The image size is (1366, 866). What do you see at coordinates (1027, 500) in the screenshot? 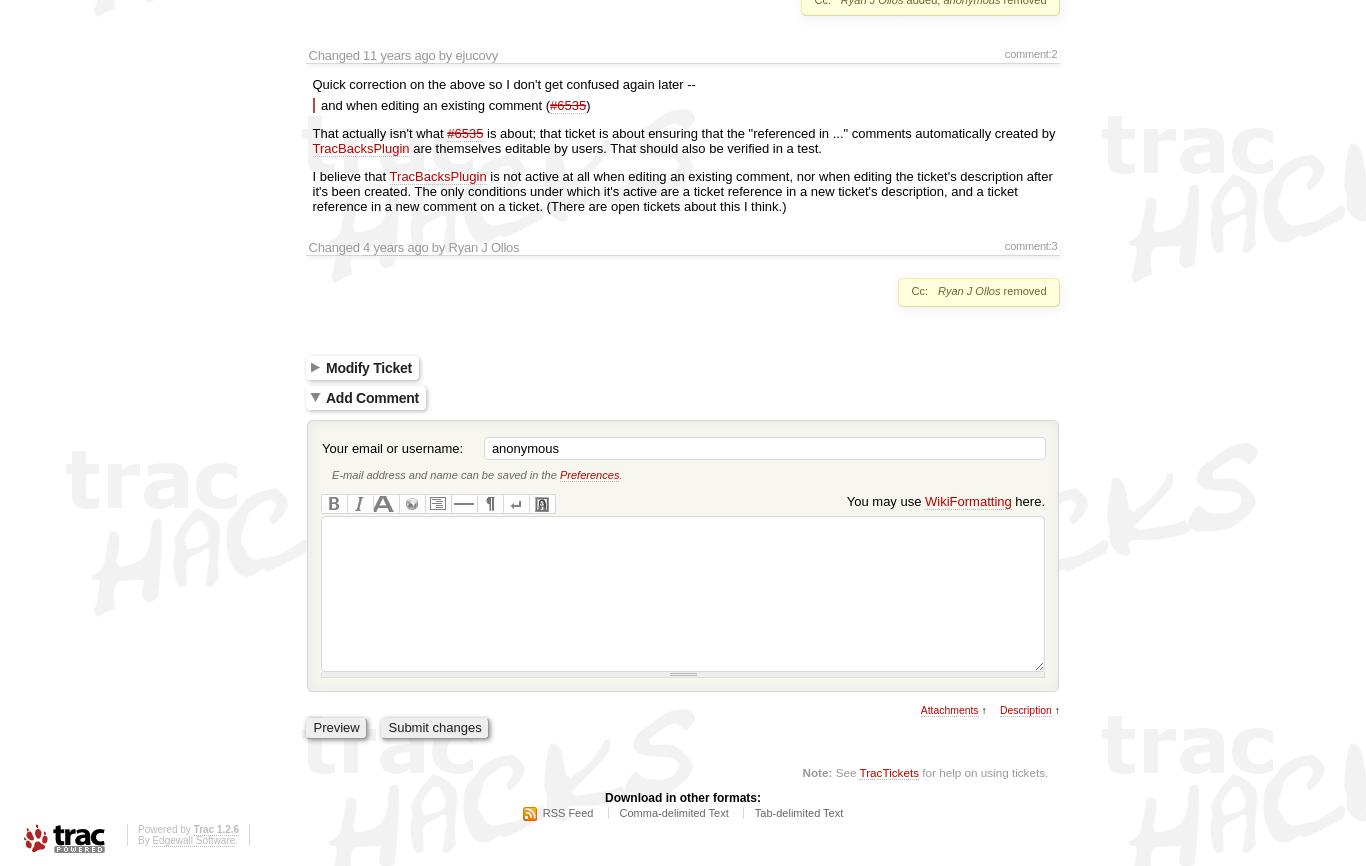
I see `'here.'` at bounding box center [1027, 500].